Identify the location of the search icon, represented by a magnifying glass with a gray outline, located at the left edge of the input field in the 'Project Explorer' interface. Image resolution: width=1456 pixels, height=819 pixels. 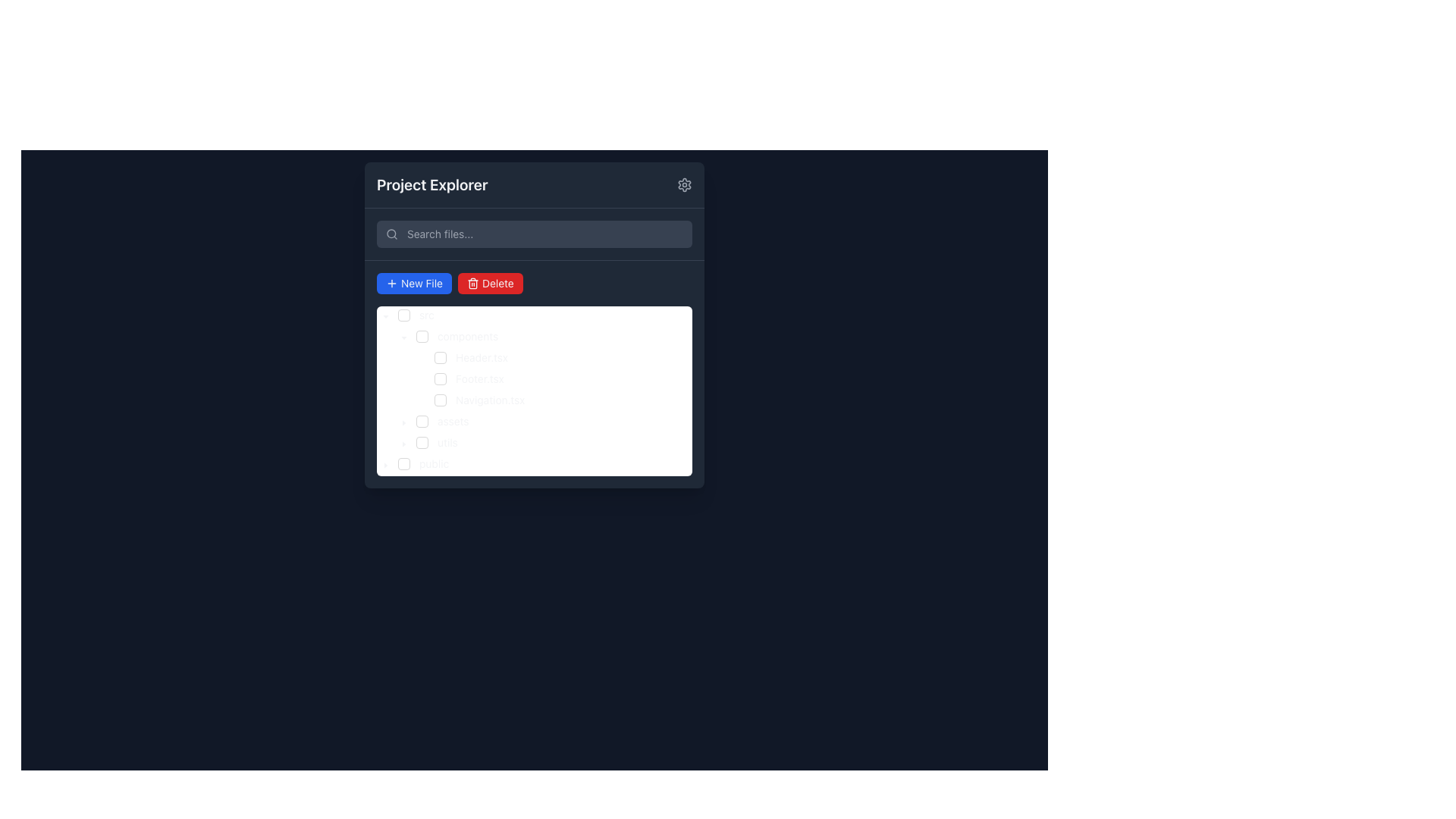
(392, 234).